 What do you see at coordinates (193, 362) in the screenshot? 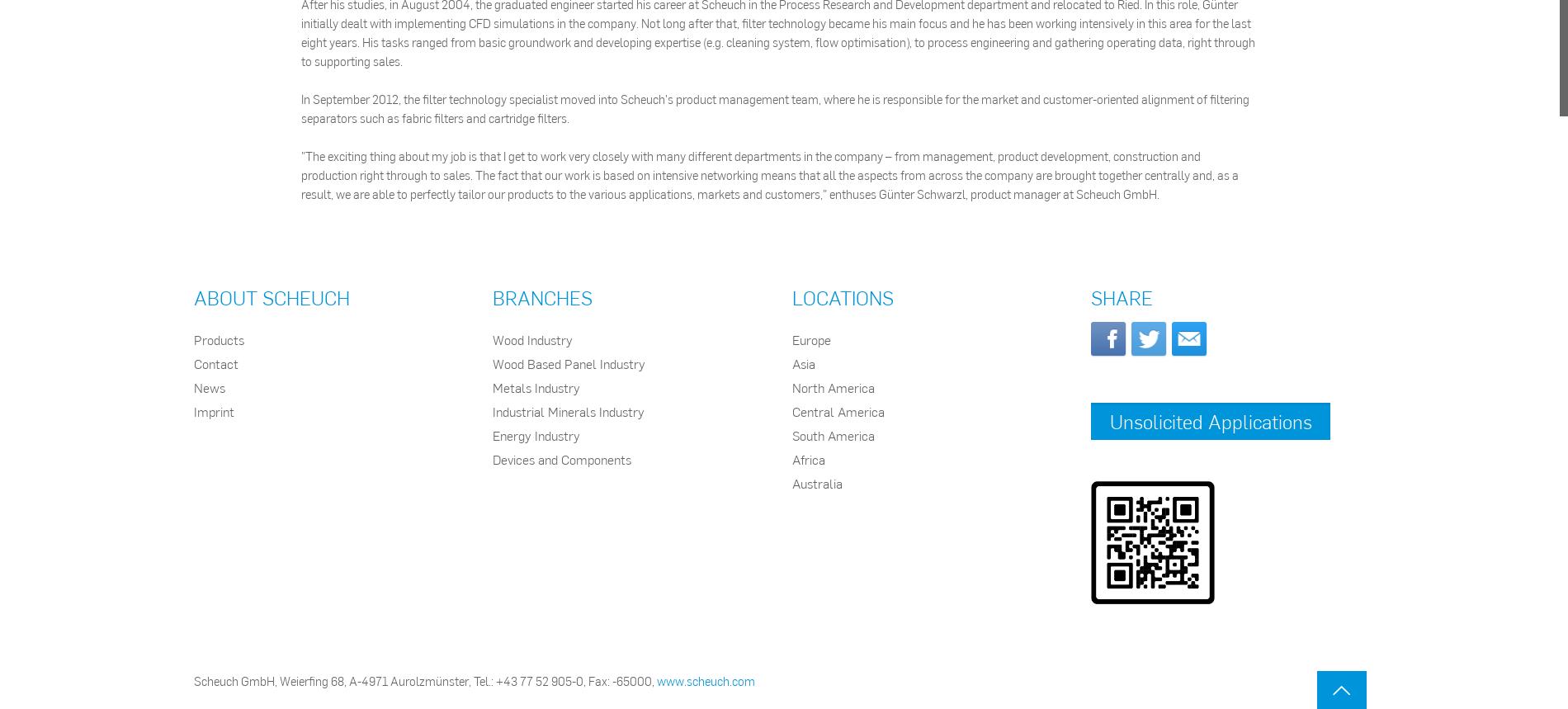
I see `'Contact'` at bounding box center [193, 362].